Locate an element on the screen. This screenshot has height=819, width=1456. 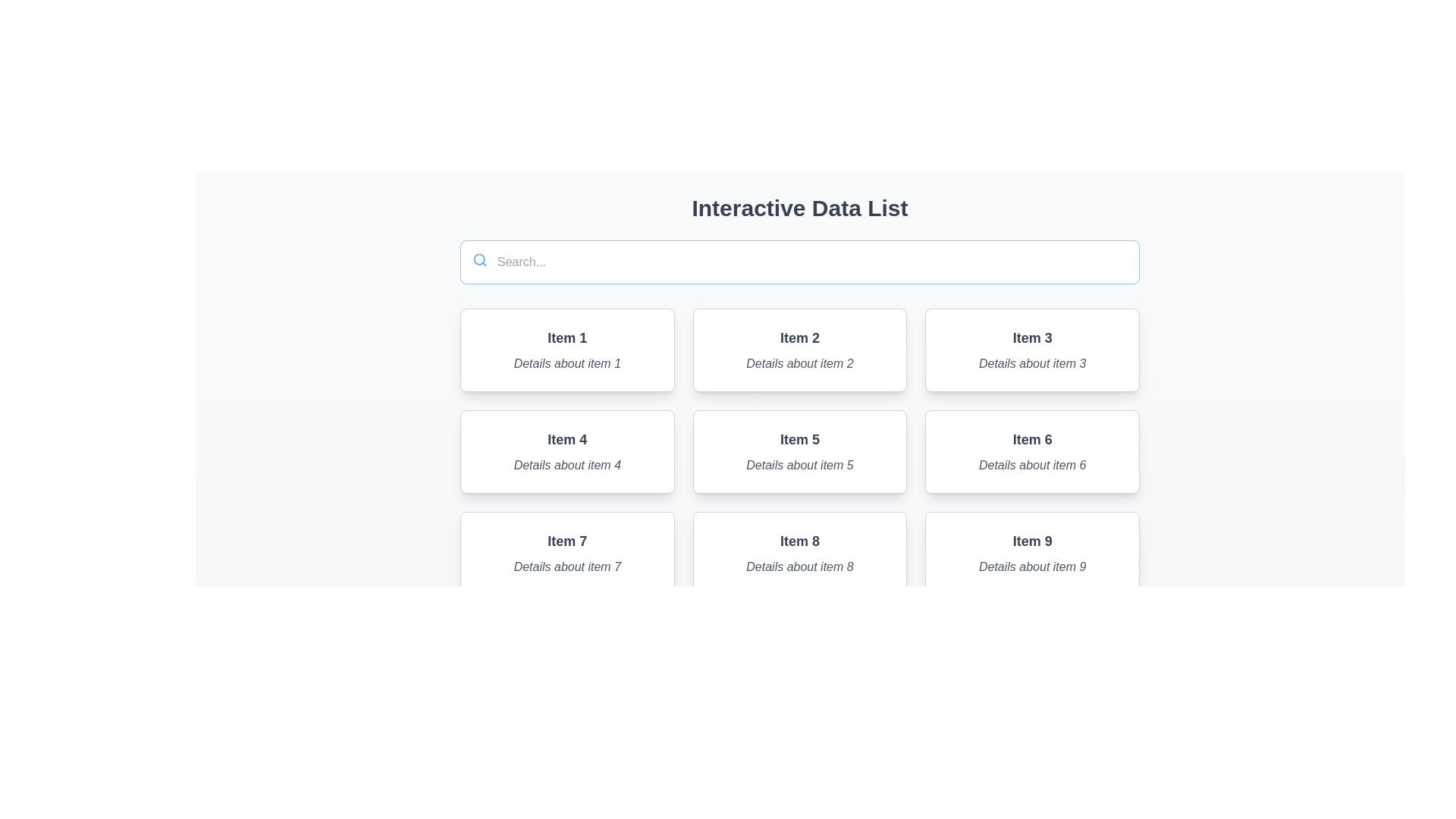
the italicized text 'Details about item 9' located in the bottom section of the ninth card labeled 'Item 9' in the rightmost column of the third row is located at coordinates (1031, 567).